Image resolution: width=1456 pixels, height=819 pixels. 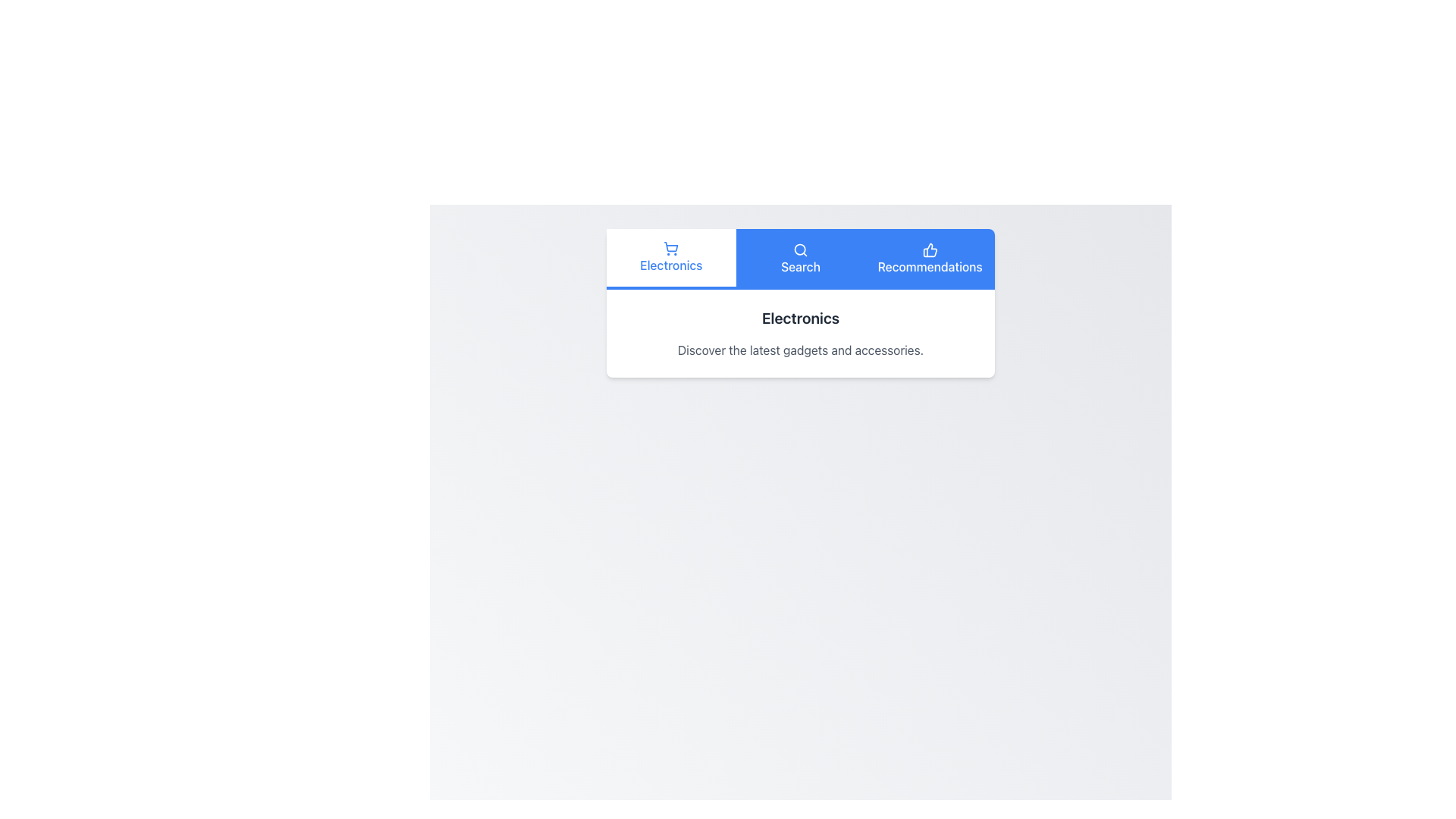 I want to click on the bold, blue rectangular button labeled 'Recommendations' with a thumbs-up icon, so click(x=929, y=259).